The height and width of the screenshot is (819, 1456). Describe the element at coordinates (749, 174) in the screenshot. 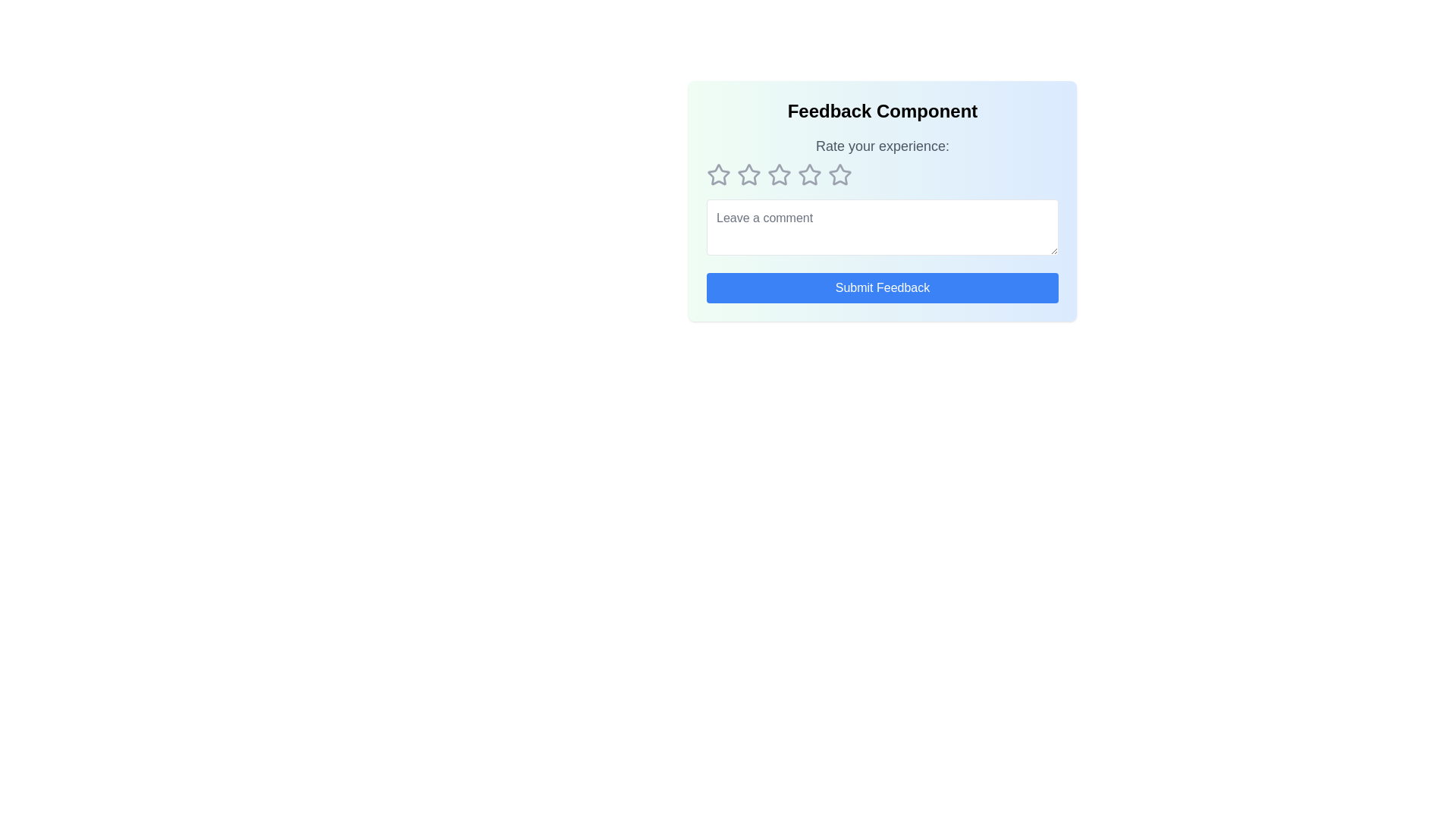

I see `the second star icon in the rating component of the feedback form` at that location.